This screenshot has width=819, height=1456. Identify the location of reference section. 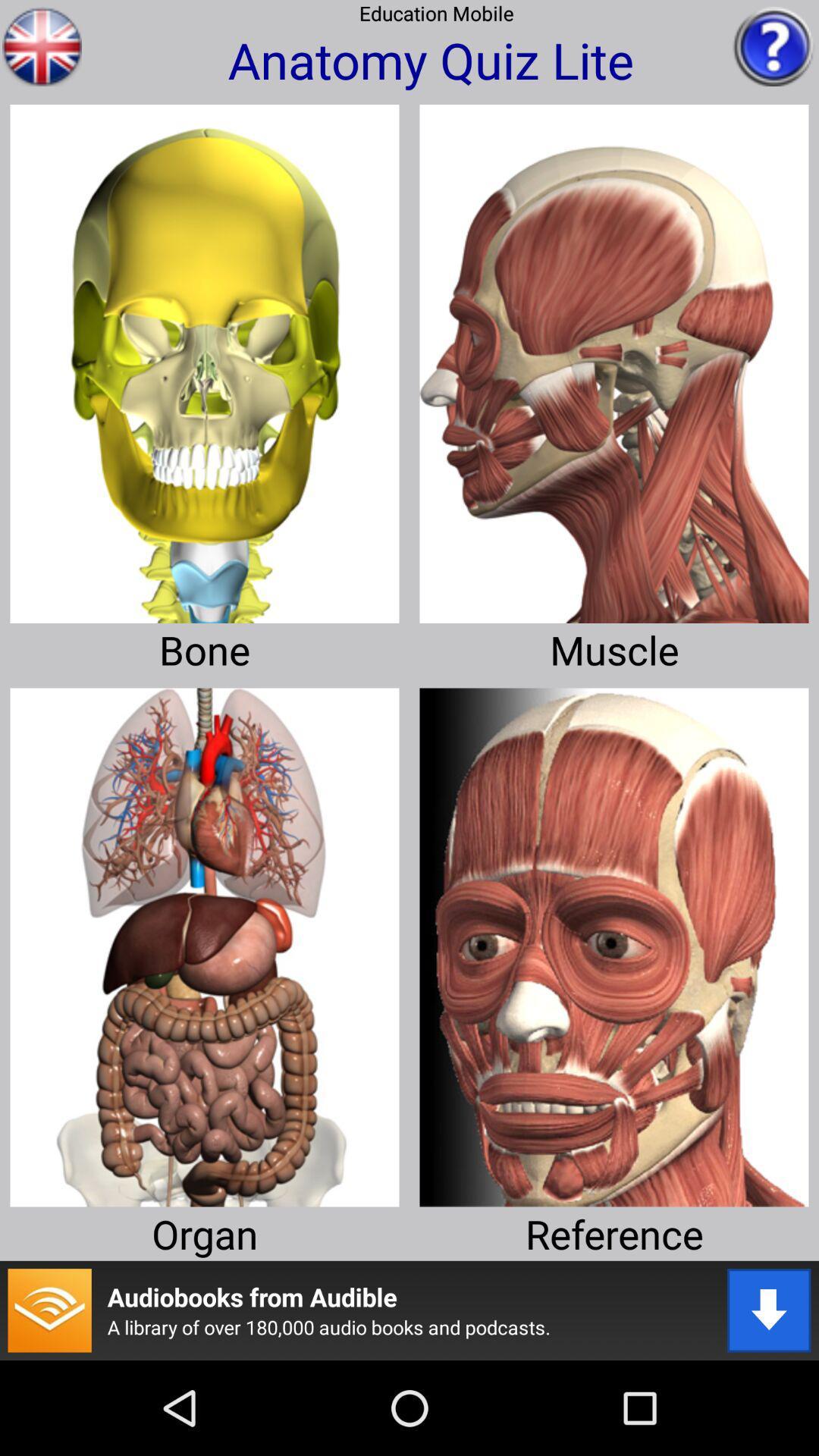
(614, 941).